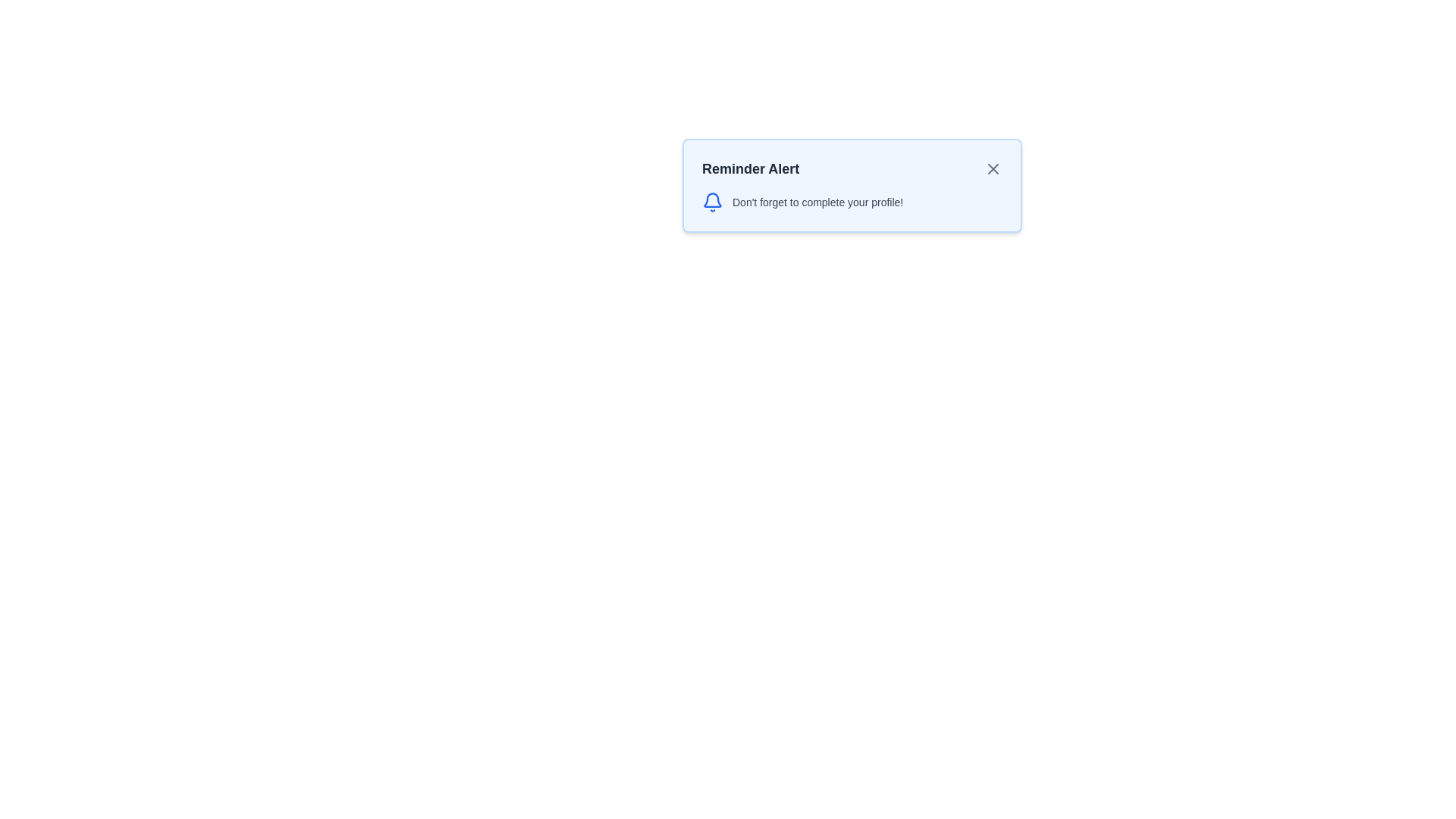 The height and width of the screenshot is (819, 1456). What do you see at coordinates (751, 169) in the screenshot?
I see `text label located at the top-left corner of the notification card, which serves as a header or title for the card` at bounding box center [751, 169].